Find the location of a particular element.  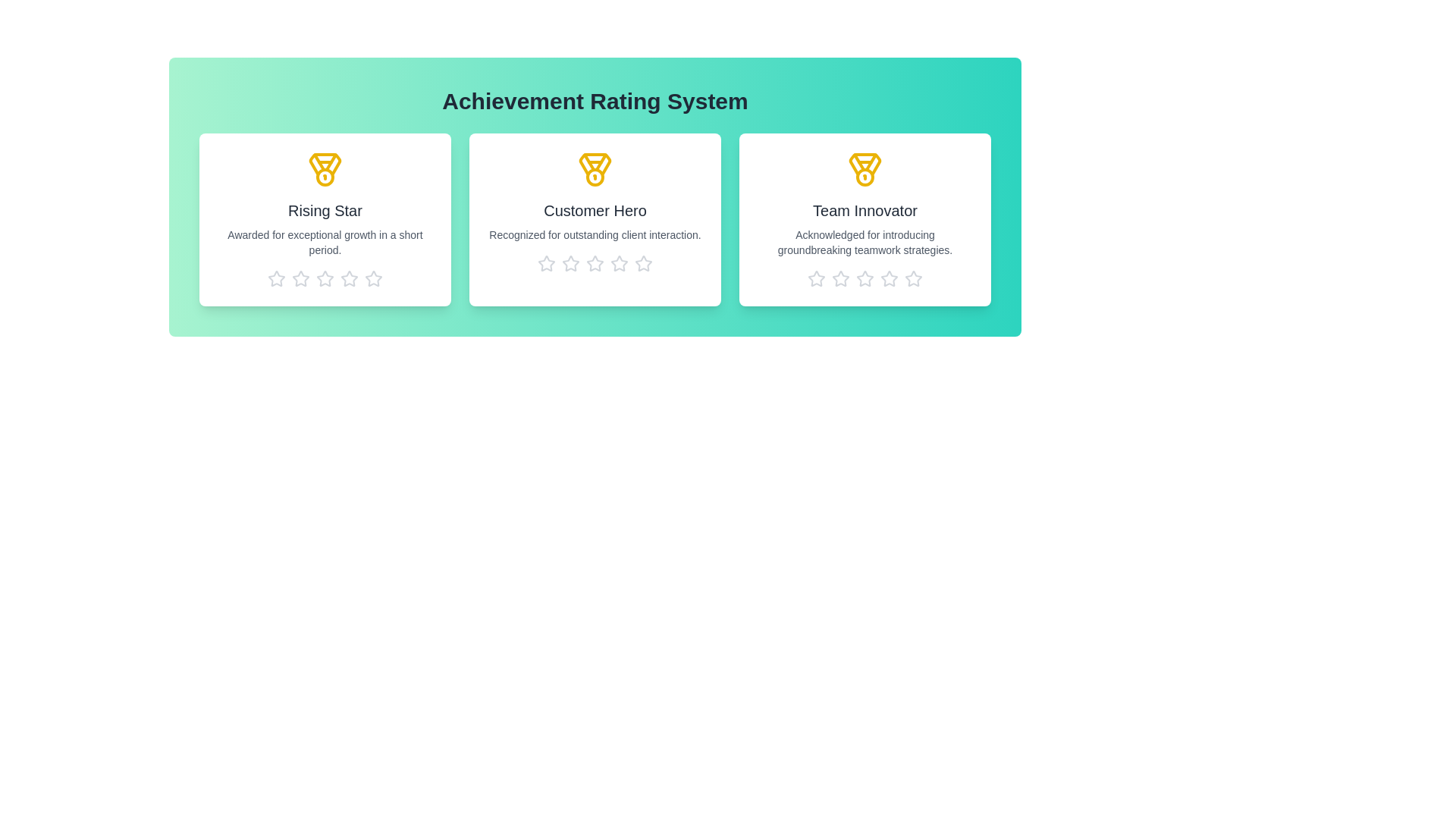

the description of the achievement Team Innovator is located at coordinates (865, 242).